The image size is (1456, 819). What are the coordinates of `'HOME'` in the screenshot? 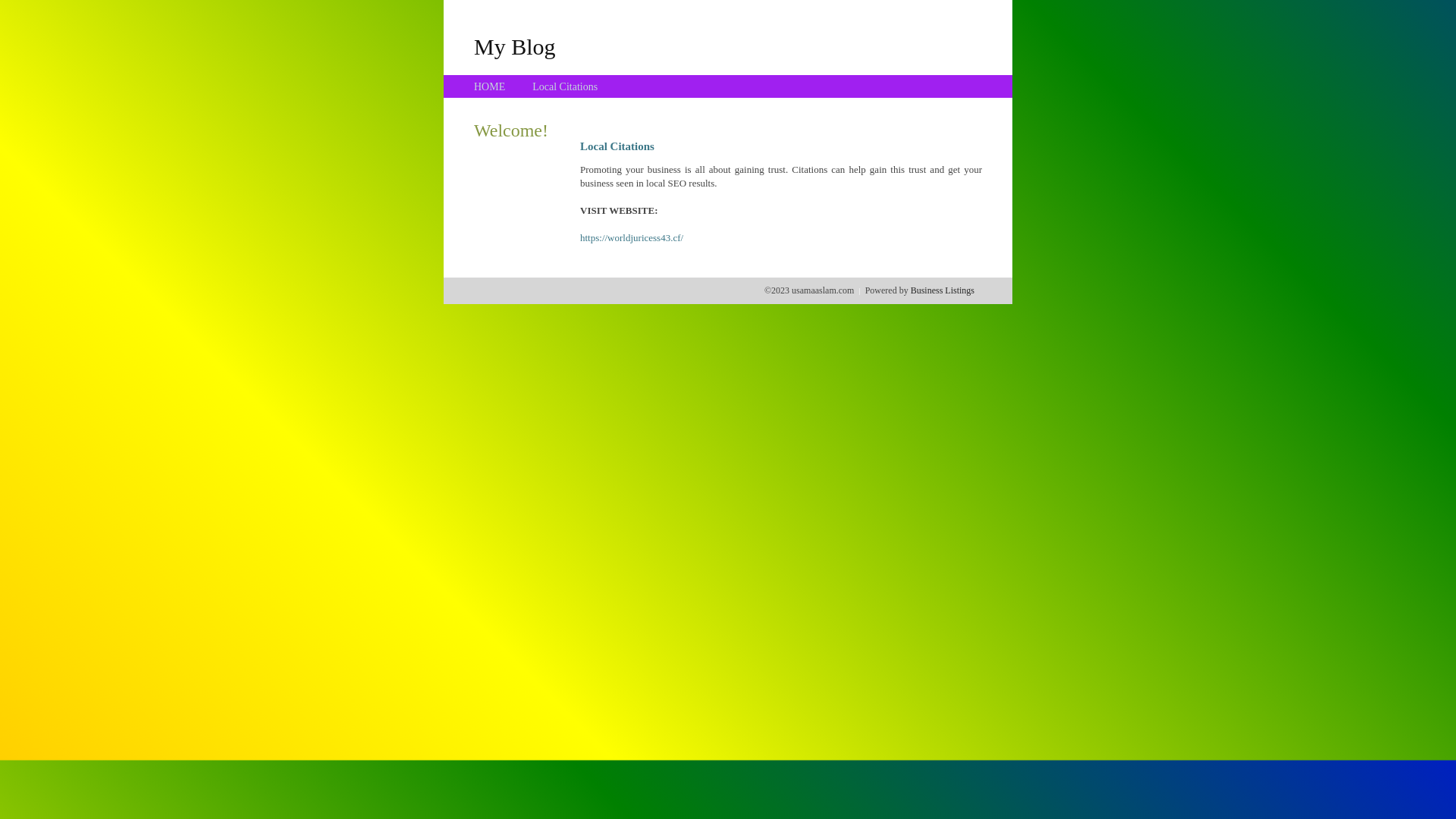 It's located at (472, 86).